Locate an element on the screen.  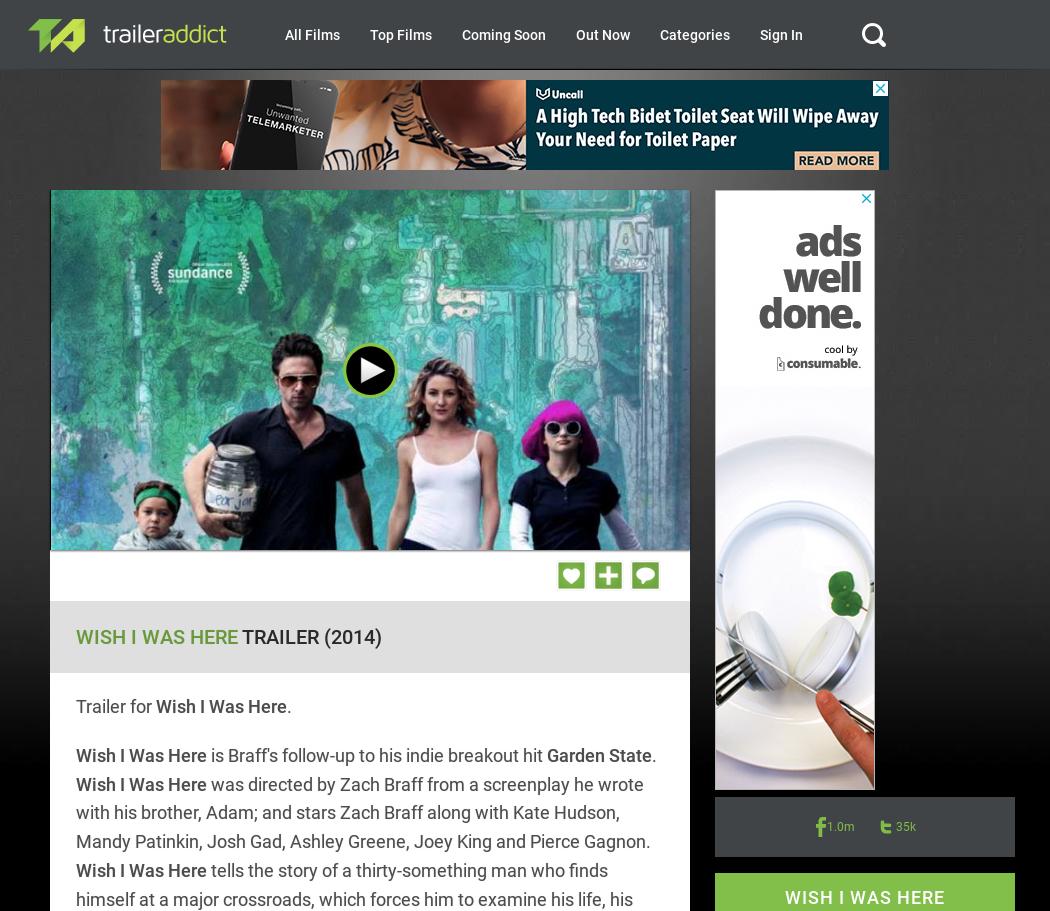
'Trailer for' is located at coordinates (113, 706).